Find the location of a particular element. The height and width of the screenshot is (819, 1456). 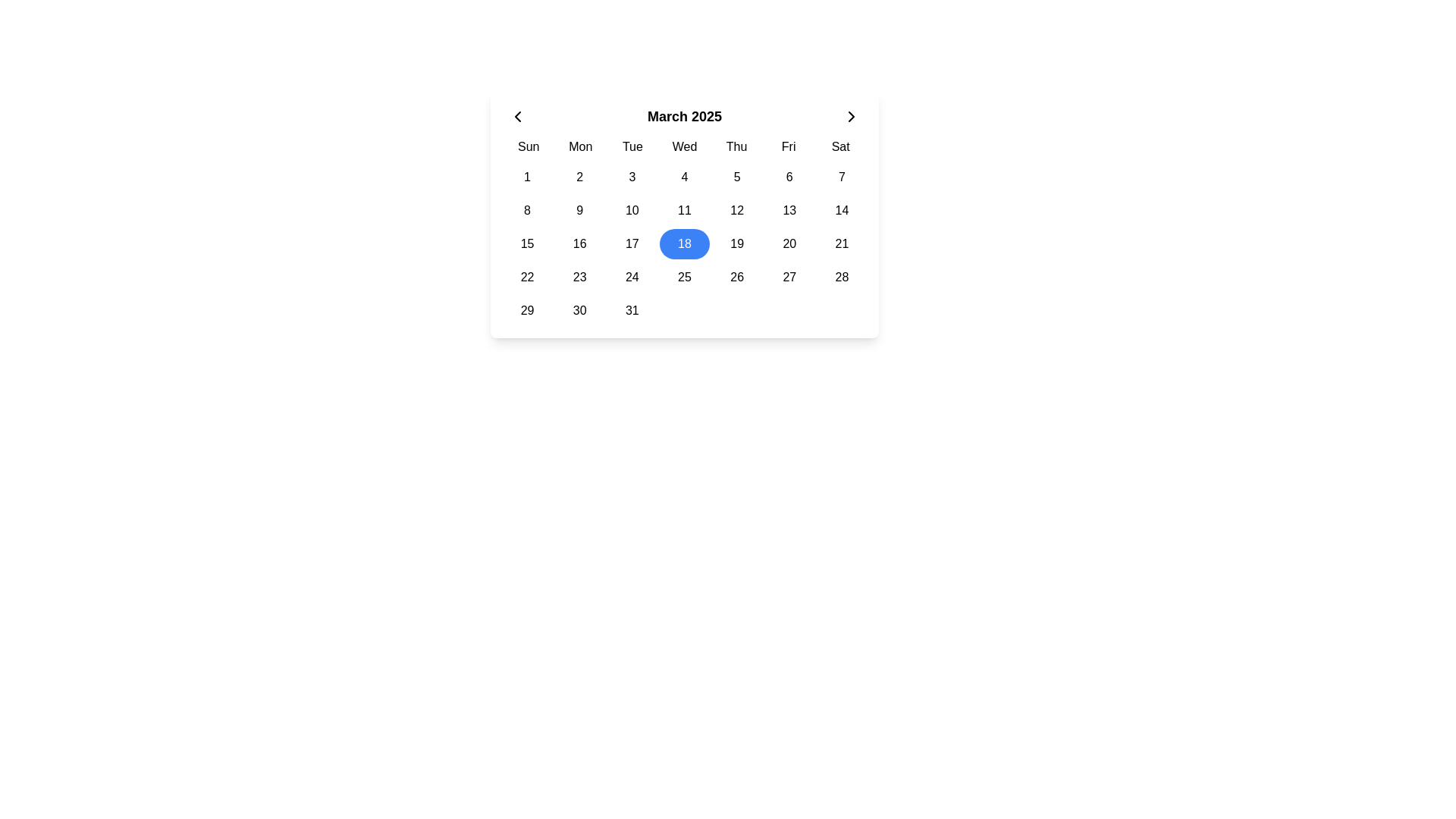

the button representing the date '29' in the calendar interface is located at coordinates (527, 309).